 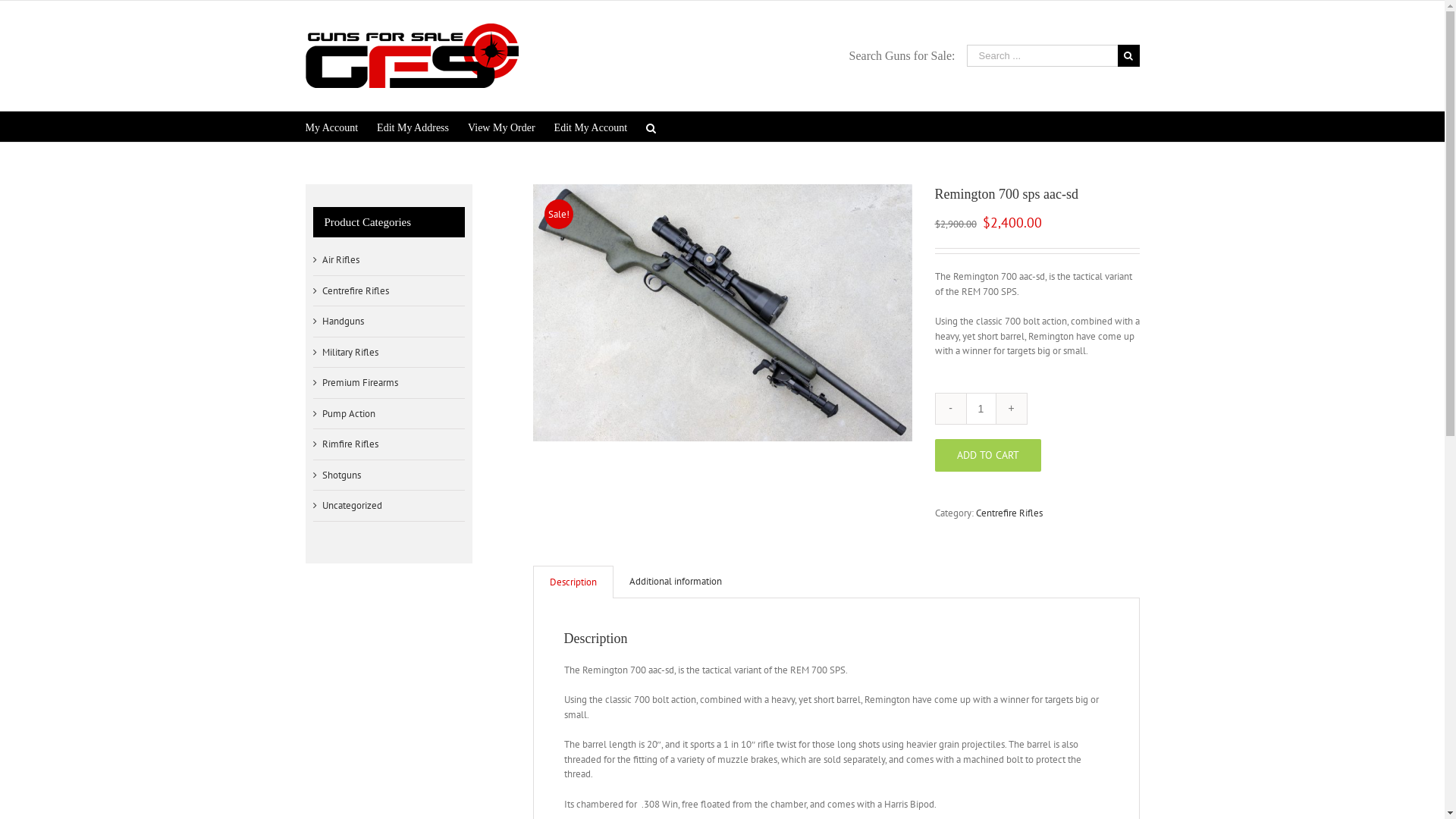 I want to click on 'Edit My Account', so click(x=589, y=125).